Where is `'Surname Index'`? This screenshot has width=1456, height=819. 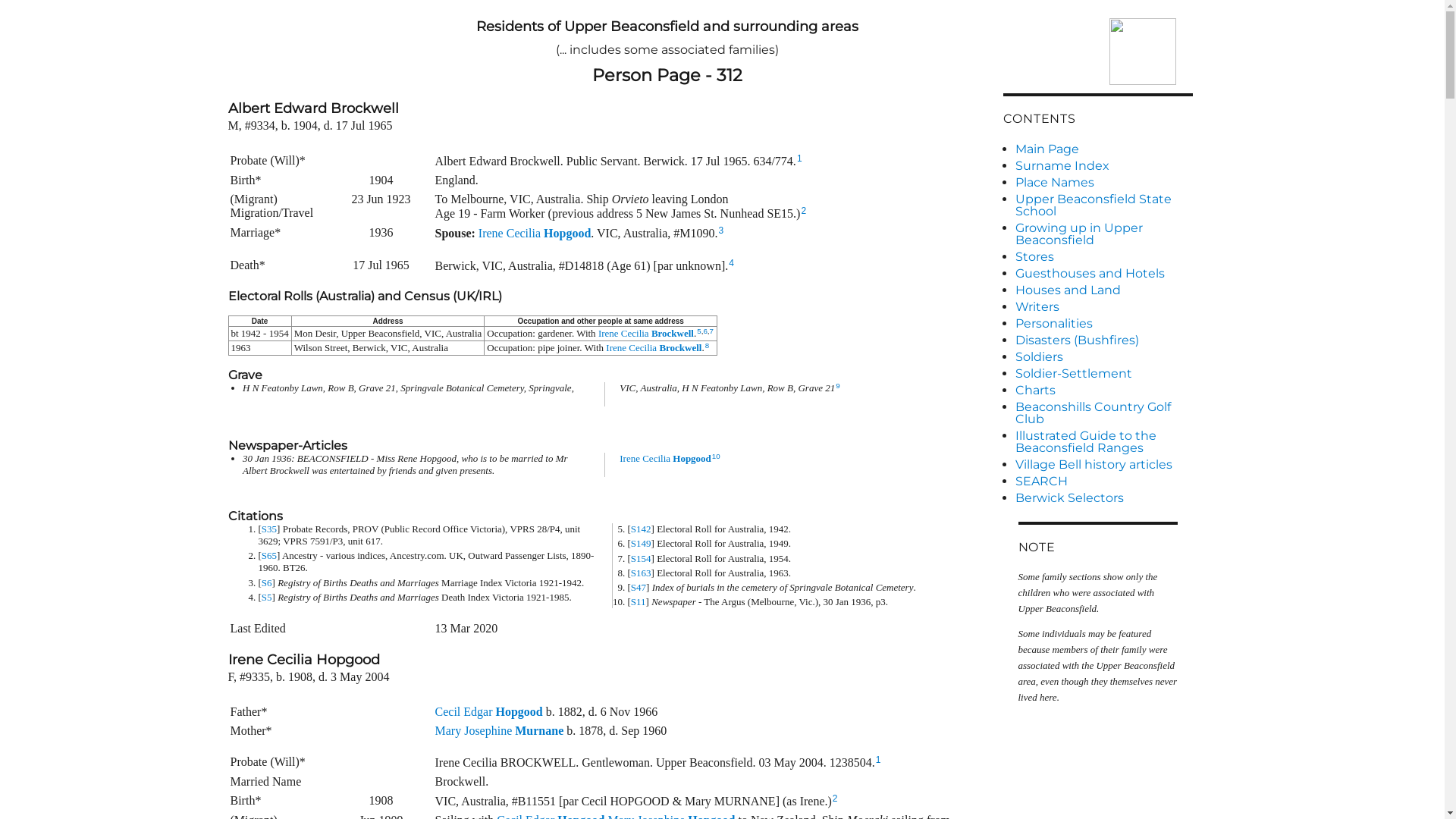 'Surname Index' is located at coordinates (1103, 166).